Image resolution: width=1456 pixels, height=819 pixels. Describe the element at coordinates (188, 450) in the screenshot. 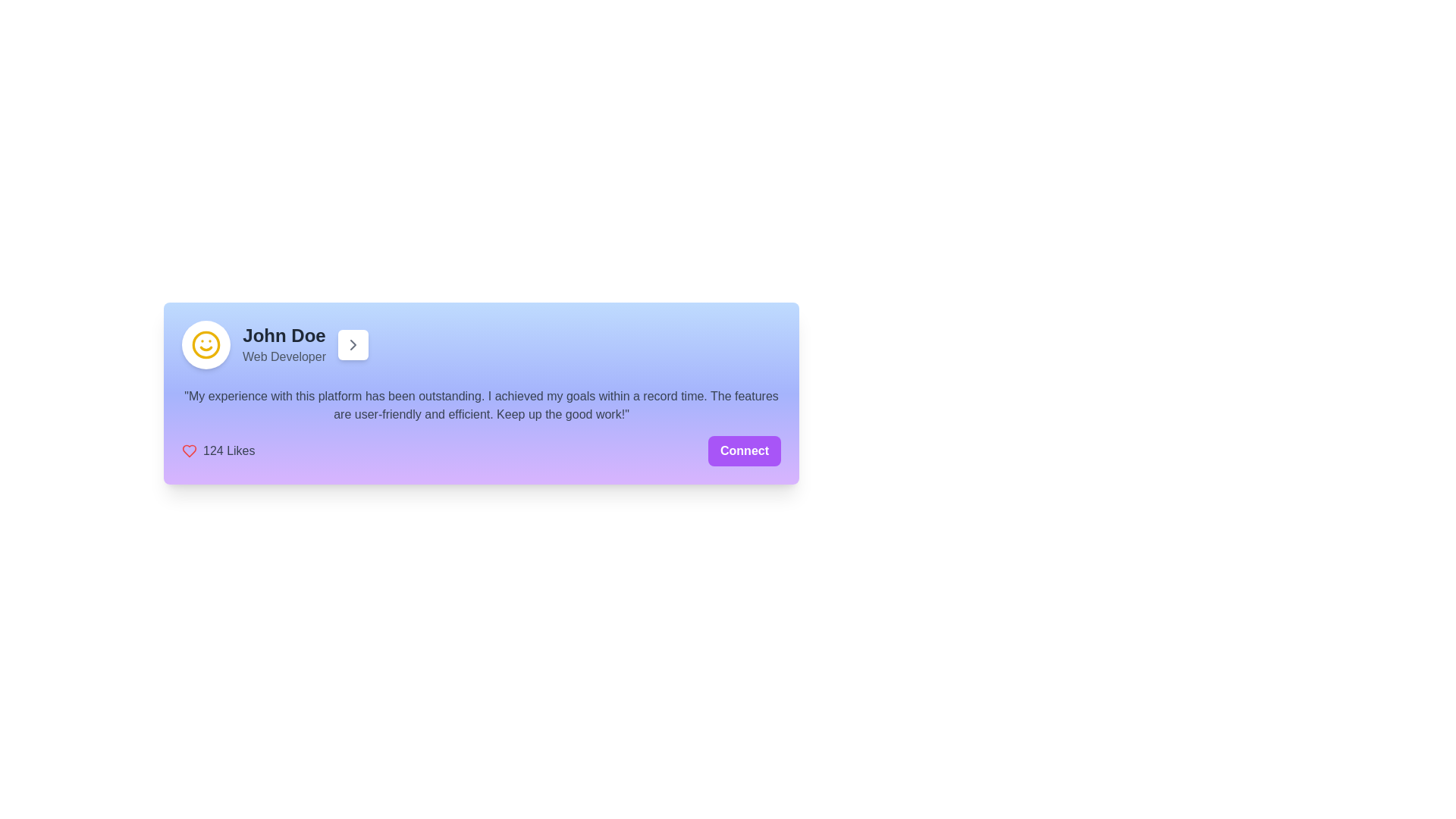

I see `the heart-shaped icon located at the bottom left of the card component, which represents 'likes' or 'favorites' functionality` at that location.